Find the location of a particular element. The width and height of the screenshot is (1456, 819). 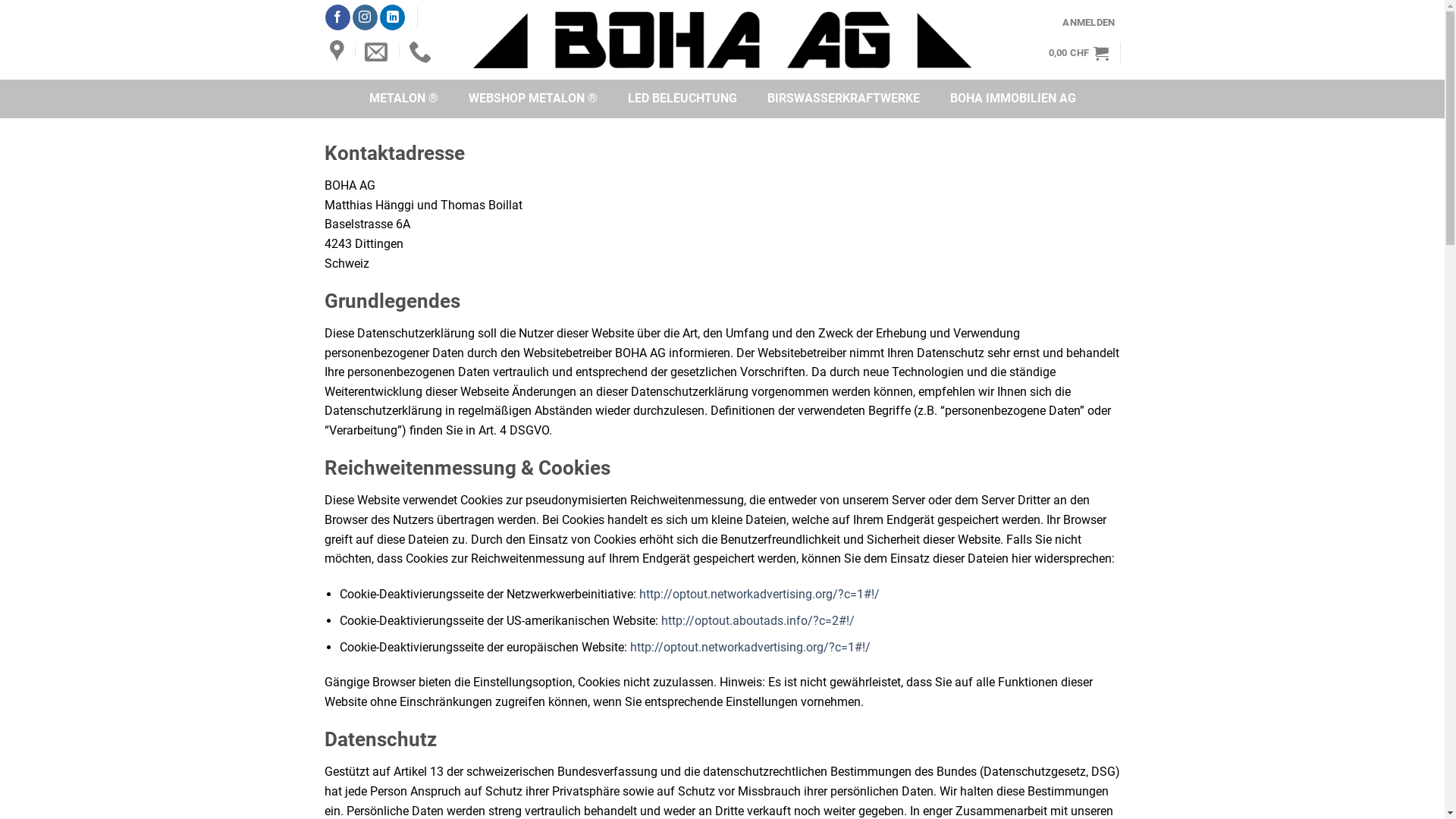

'BIRSWASSERKRAFTWERKE' is located at coordinates (843, 99).